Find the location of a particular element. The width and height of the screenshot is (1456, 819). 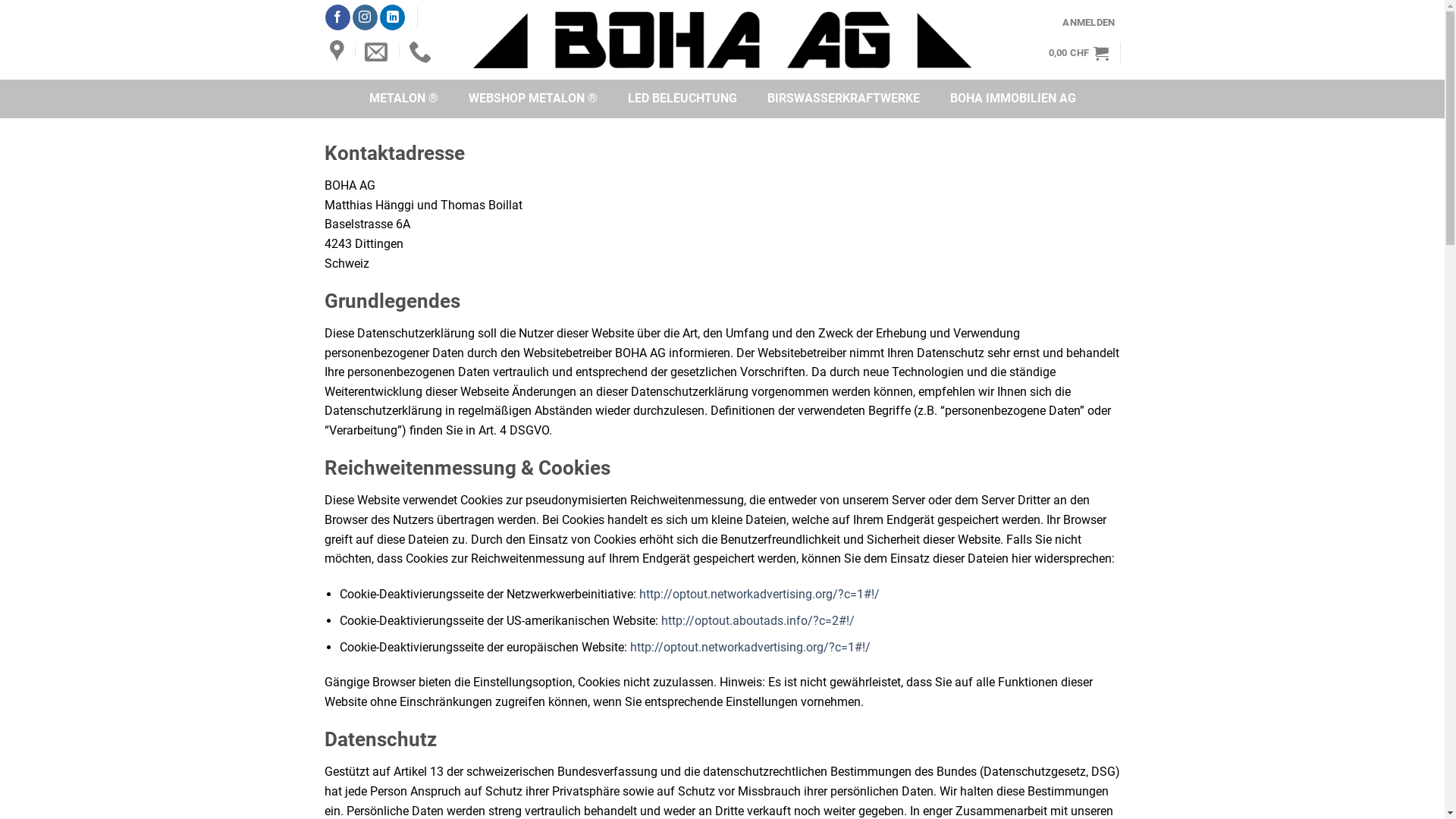

'BIRSWASSERKRAFTWERKE' is located at coordinates (843, 99).